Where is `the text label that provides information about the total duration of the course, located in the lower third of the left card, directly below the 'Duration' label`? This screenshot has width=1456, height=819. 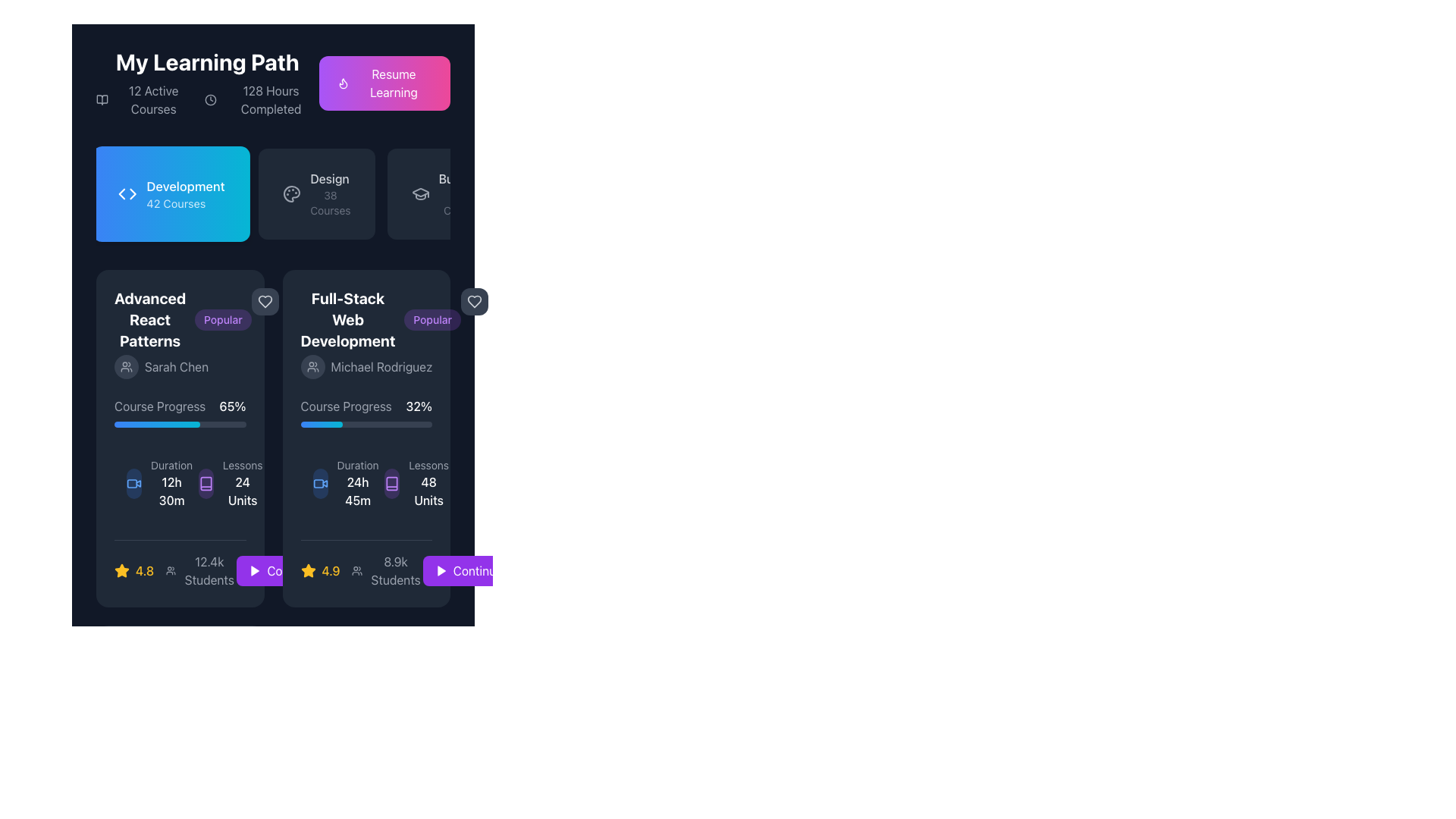
the text label that provides information about the total duration of the course, located in the lower third of the left card, directly below the 'Duration' label is located at coordinates (171, 491).